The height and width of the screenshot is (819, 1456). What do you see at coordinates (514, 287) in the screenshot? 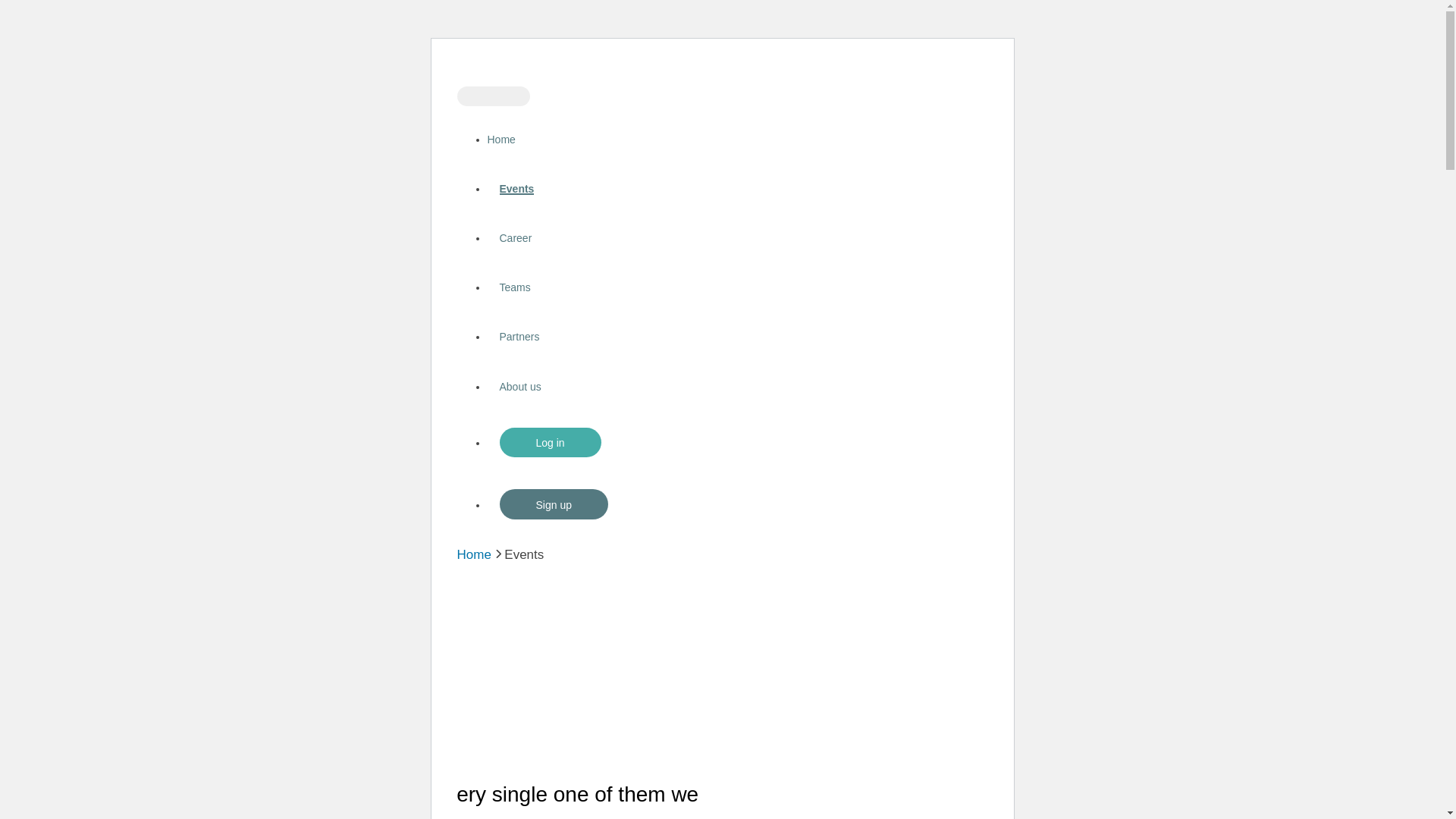
I see `'Teams'` at bounding box center [514, 287].